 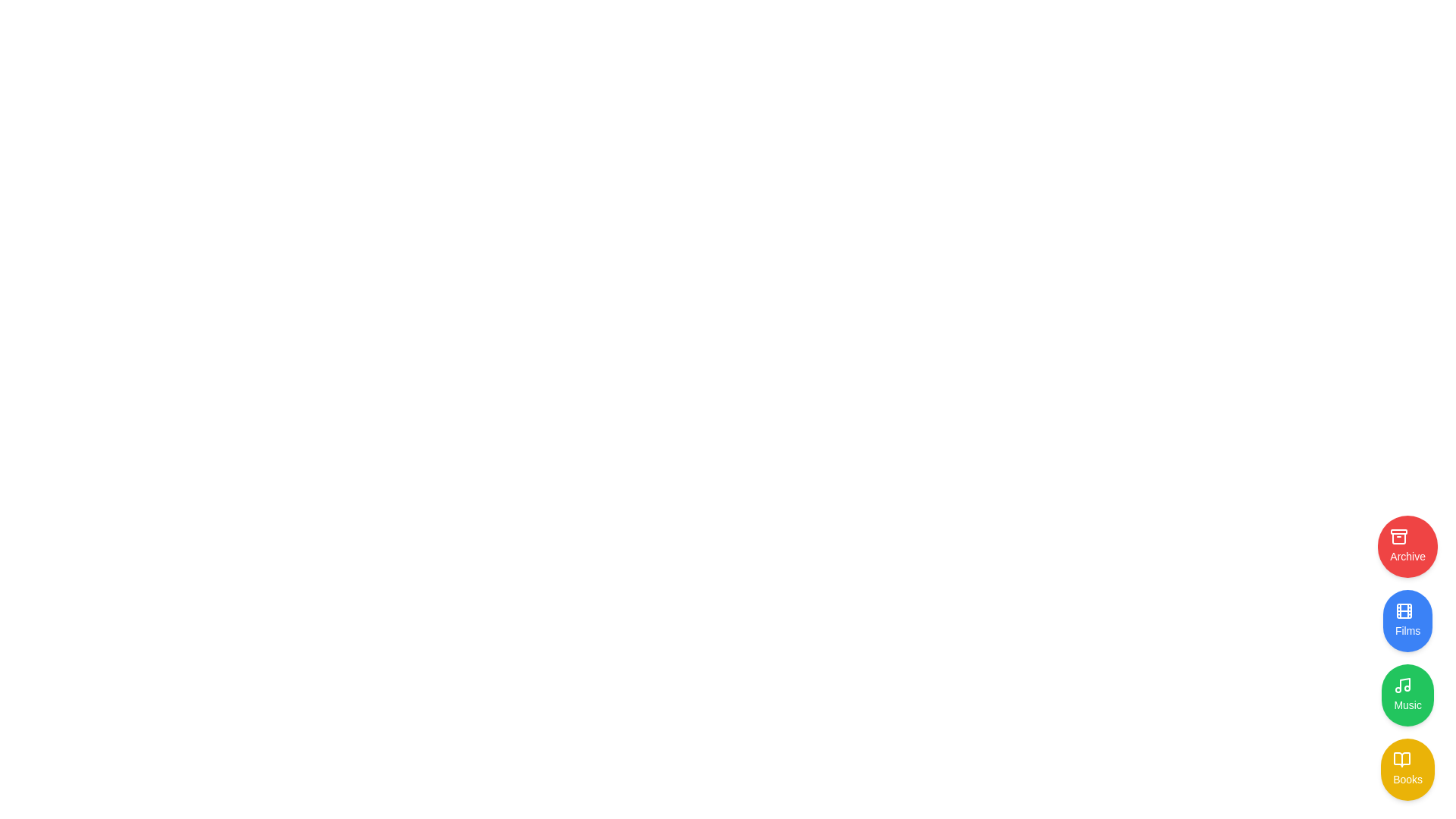 What do you see at coordinates (1407, 695) in the screenshot?
I see `the 'Music' button located at the bottom-right corner of the interface, positioned between the 'Films' button and the 'Books' button, to trigger a visual scale animation` at bounding box center [1407, 695].